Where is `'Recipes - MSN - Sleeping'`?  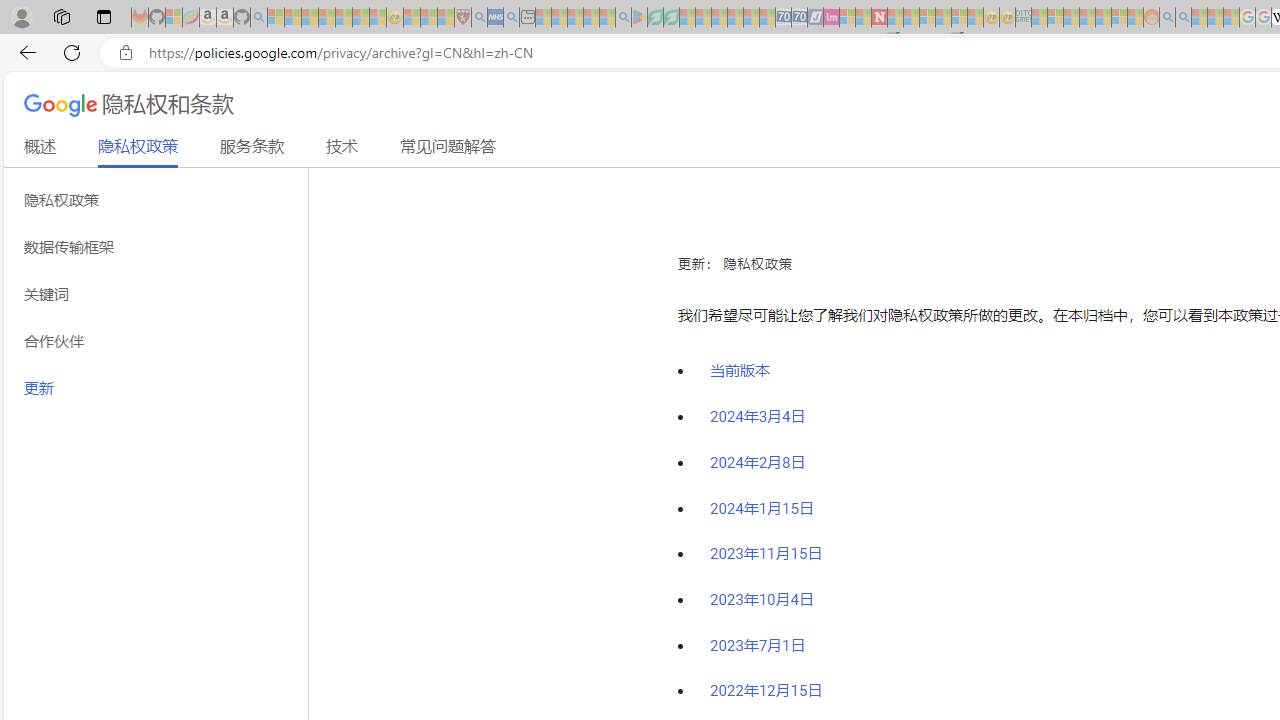
'Recipes - MSN - Sleeping' is located at coordinates (411, 17).